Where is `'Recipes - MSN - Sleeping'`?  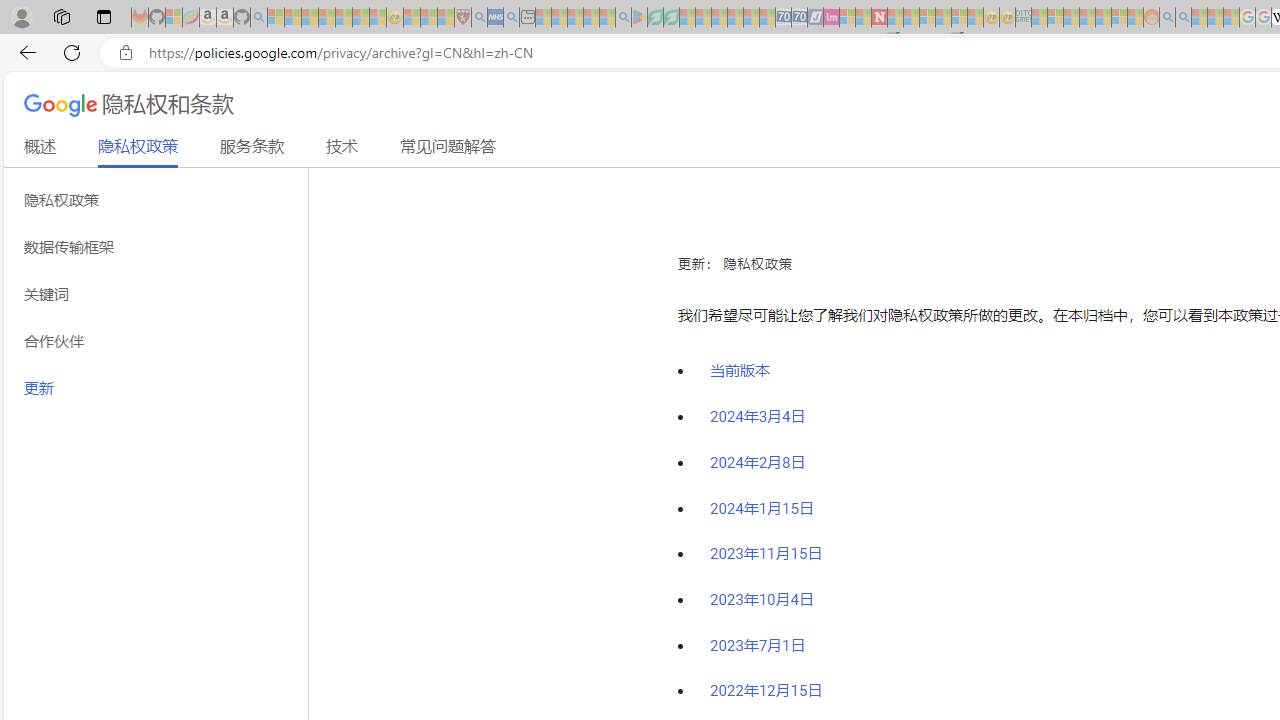
'Recipes - MSN - Sleeping' is located at coordinates (411, 17).